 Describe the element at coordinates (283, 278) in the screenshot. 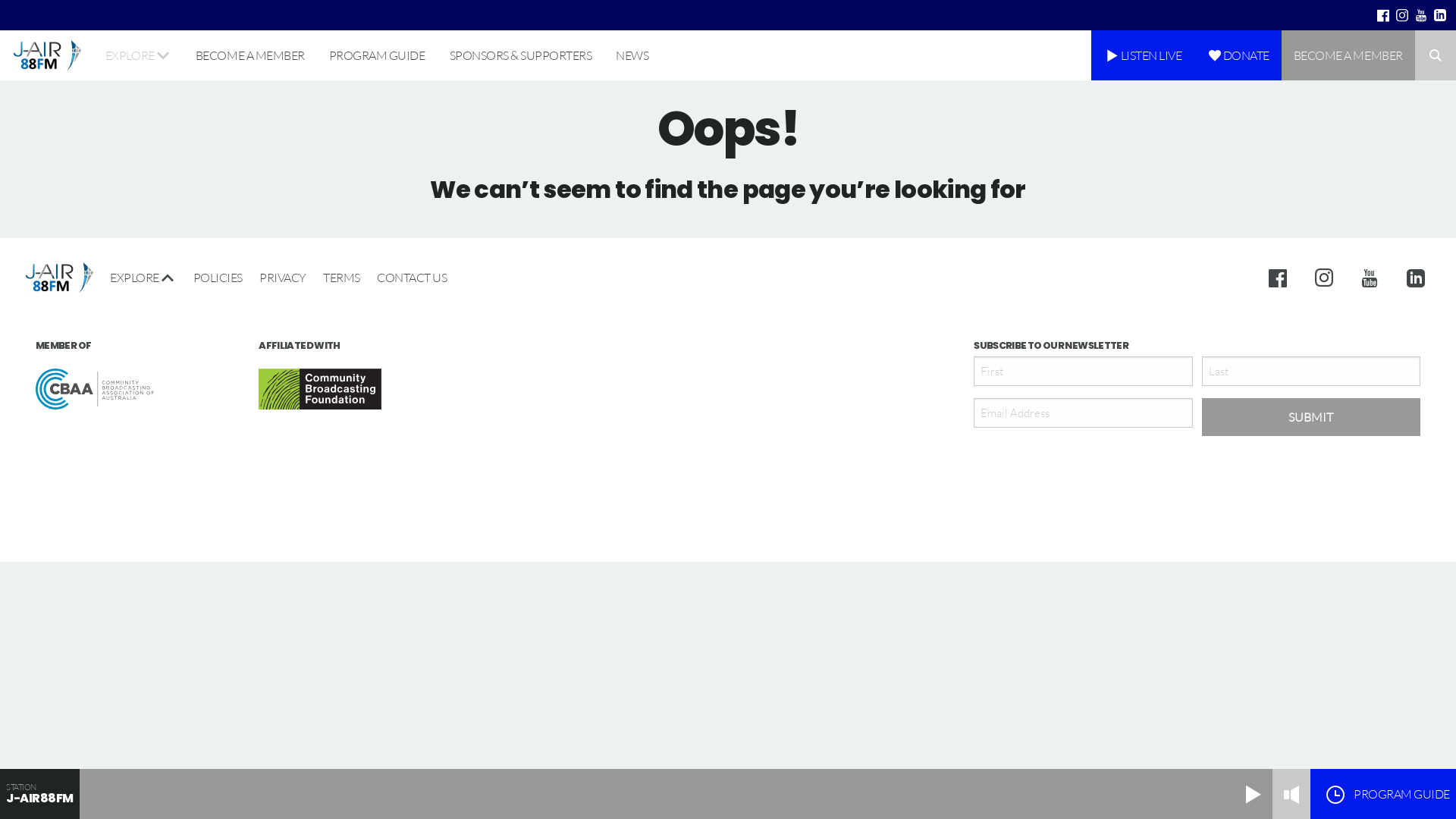

I see `'PRIVACY'` at that location.